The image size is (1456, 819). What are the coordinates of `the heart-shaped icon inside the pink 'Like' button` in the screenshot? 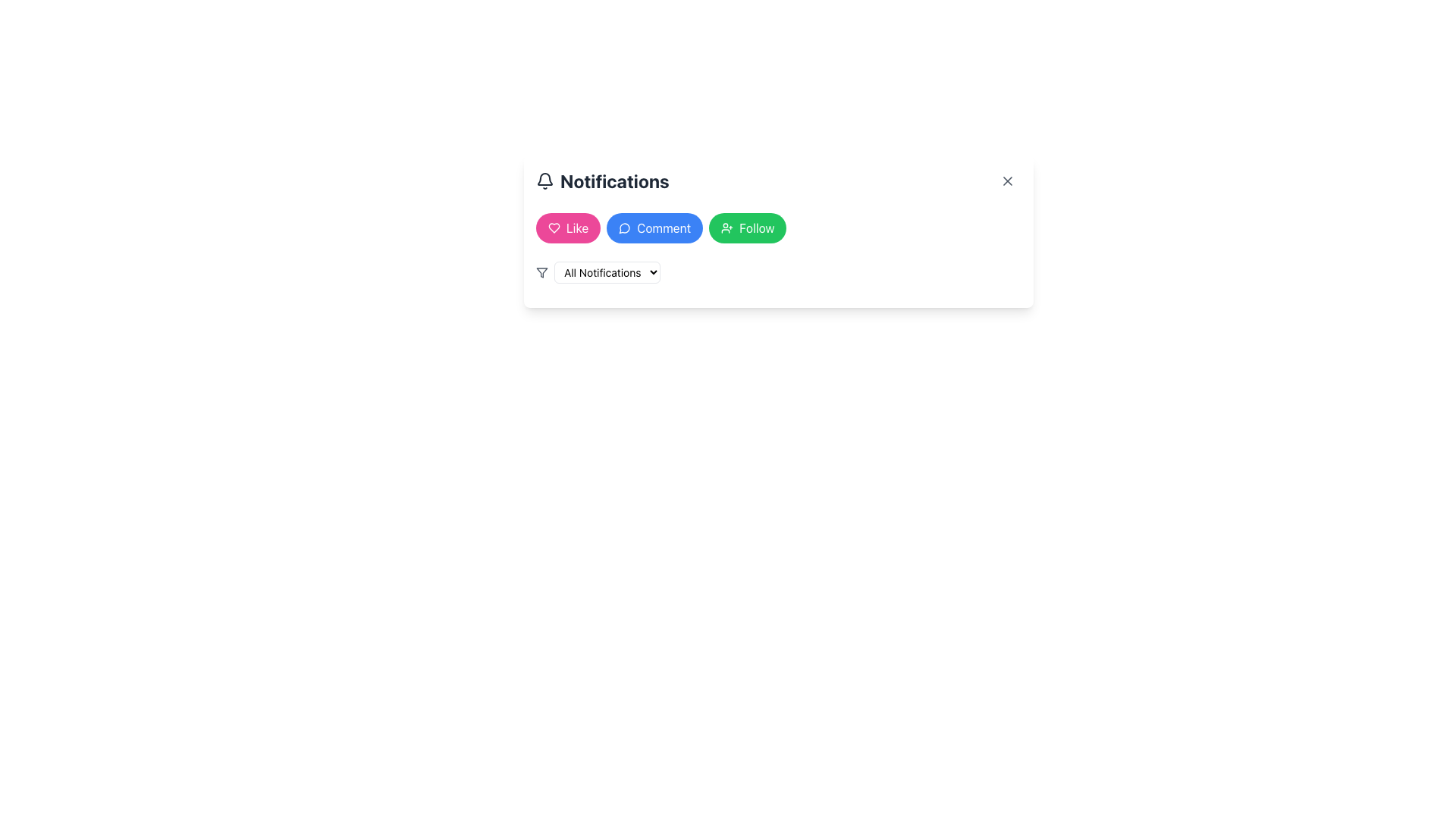 It's located at (553, 227).